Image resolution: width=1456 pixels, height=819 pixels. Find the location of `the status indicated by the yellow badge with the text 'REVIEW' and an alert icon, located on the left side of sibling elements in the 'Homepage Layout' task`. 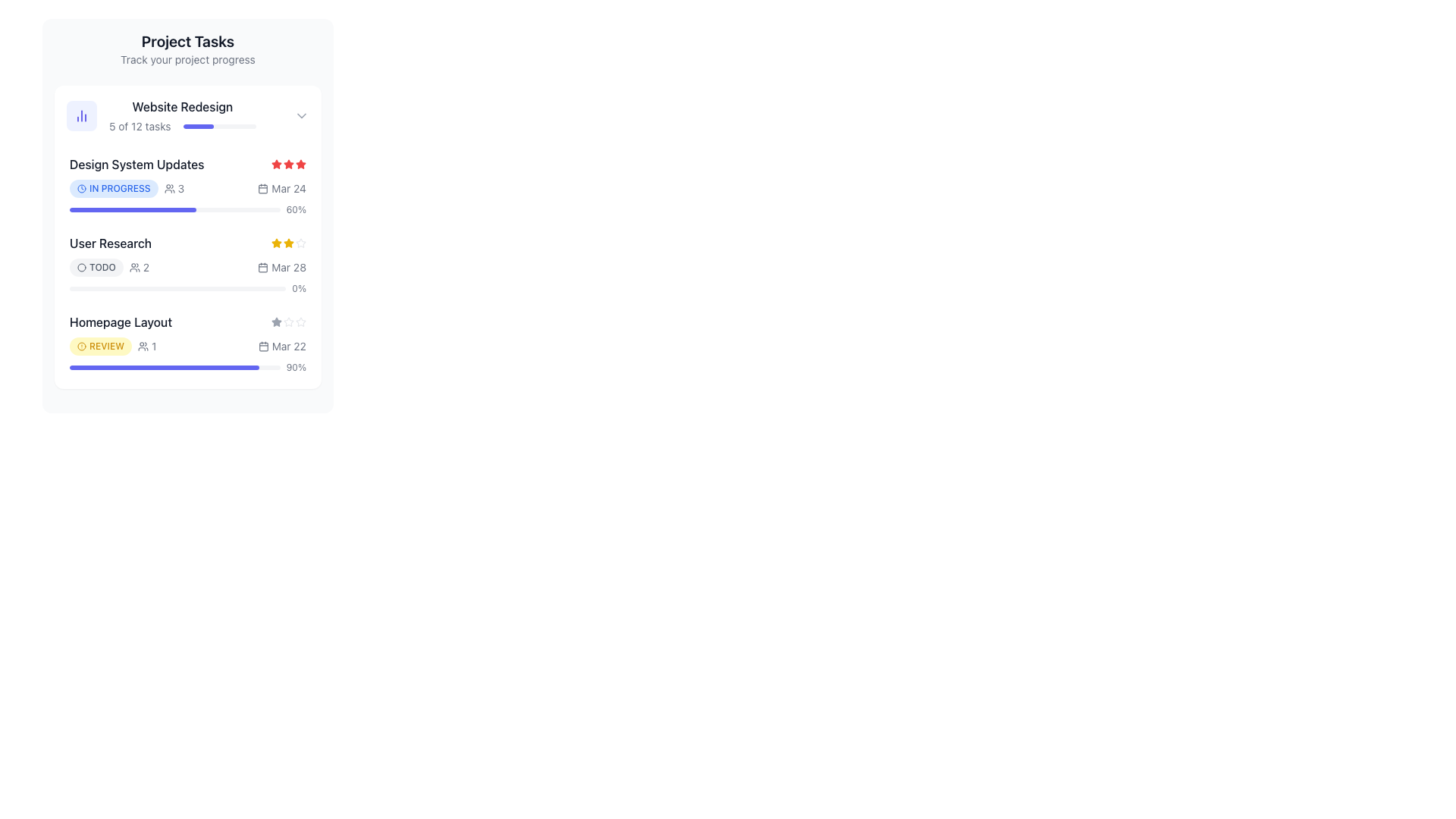

the status indicated by the yellow badge with the text 'REVIEW' and an alert icon, located on the left side of sibling elements in the 'Homepage Layout' task is located at coordinates (100, 346).